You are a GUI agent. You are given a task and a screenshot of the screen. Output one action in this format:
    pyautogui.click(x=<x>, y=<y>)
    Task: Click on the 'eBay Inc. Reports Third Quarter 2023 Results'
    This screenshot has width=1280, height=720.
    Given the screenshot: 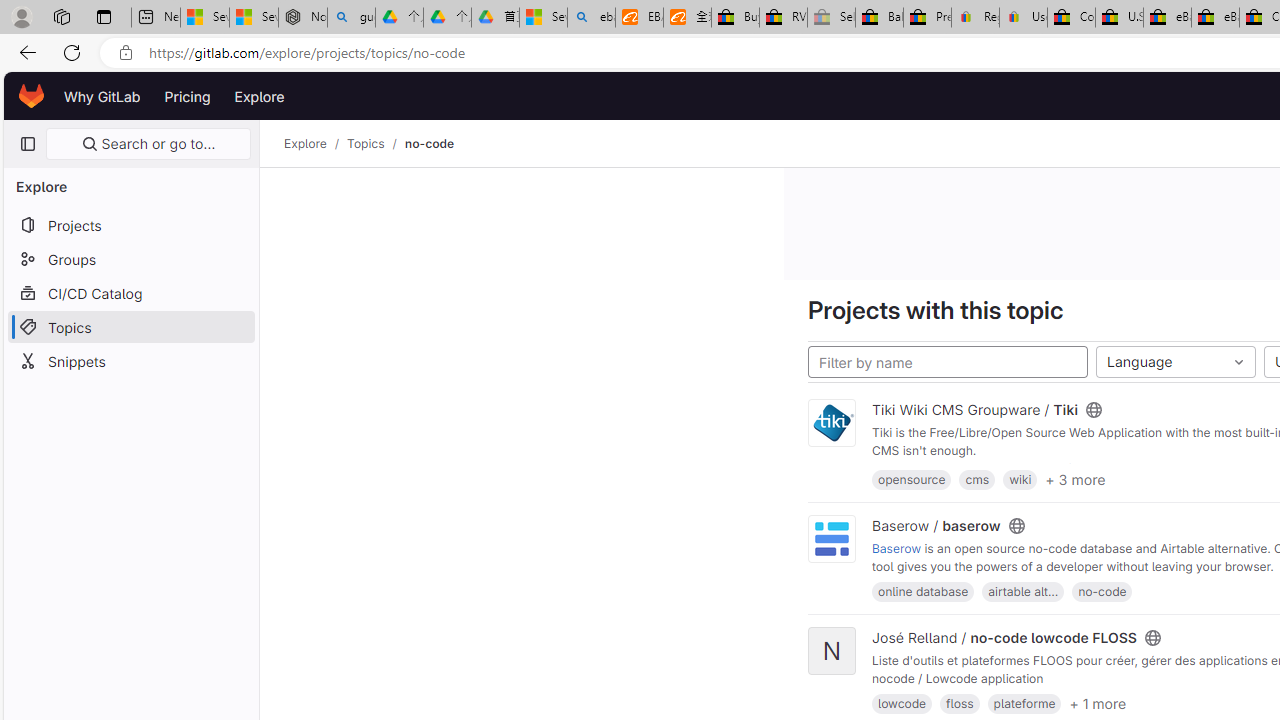 What is the action you would take?
    pyautogui.click(x=1214, y=17)
    